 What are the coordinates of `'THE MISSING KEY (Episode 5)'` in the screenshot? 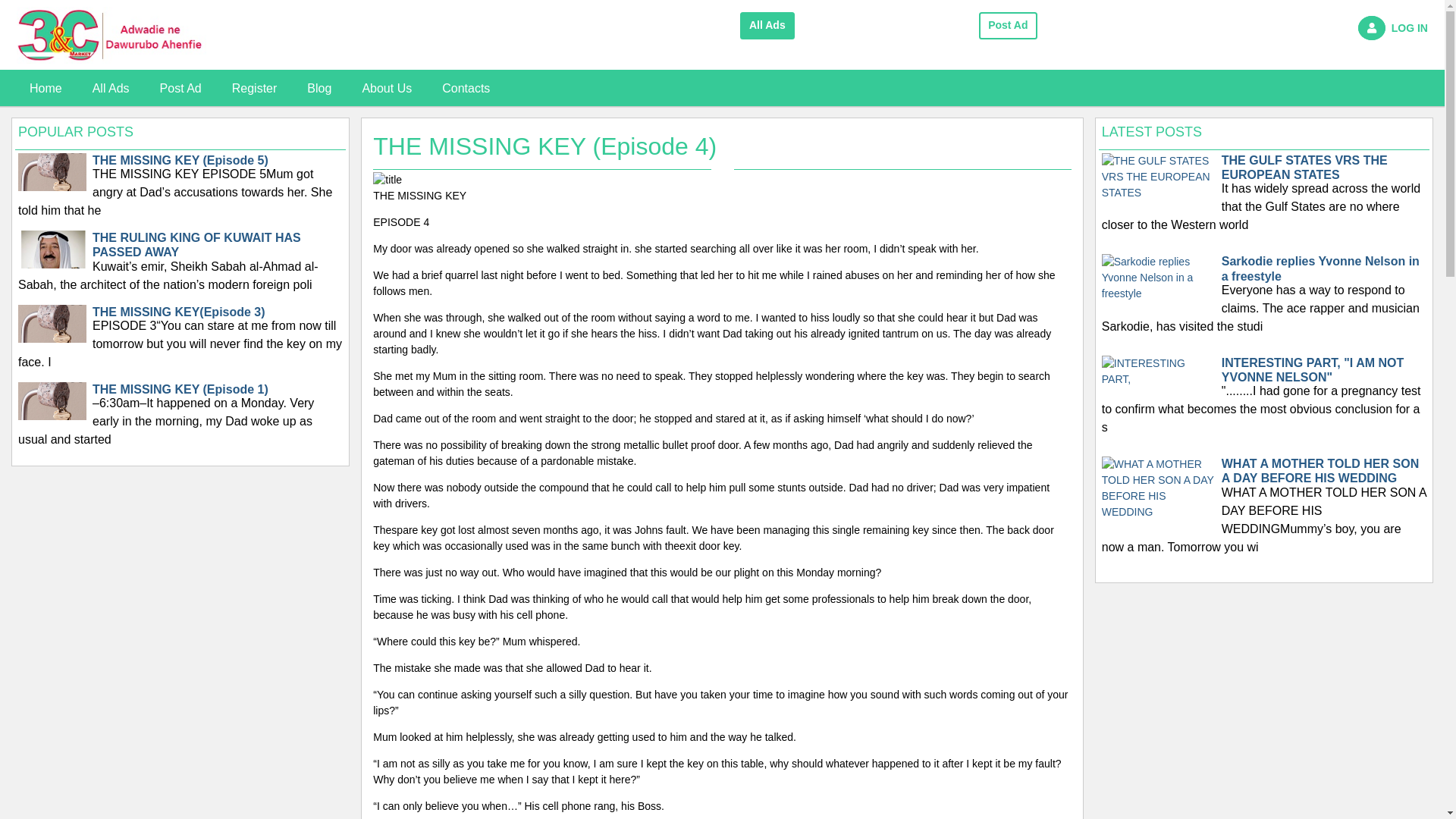 It's located at (18, 187).